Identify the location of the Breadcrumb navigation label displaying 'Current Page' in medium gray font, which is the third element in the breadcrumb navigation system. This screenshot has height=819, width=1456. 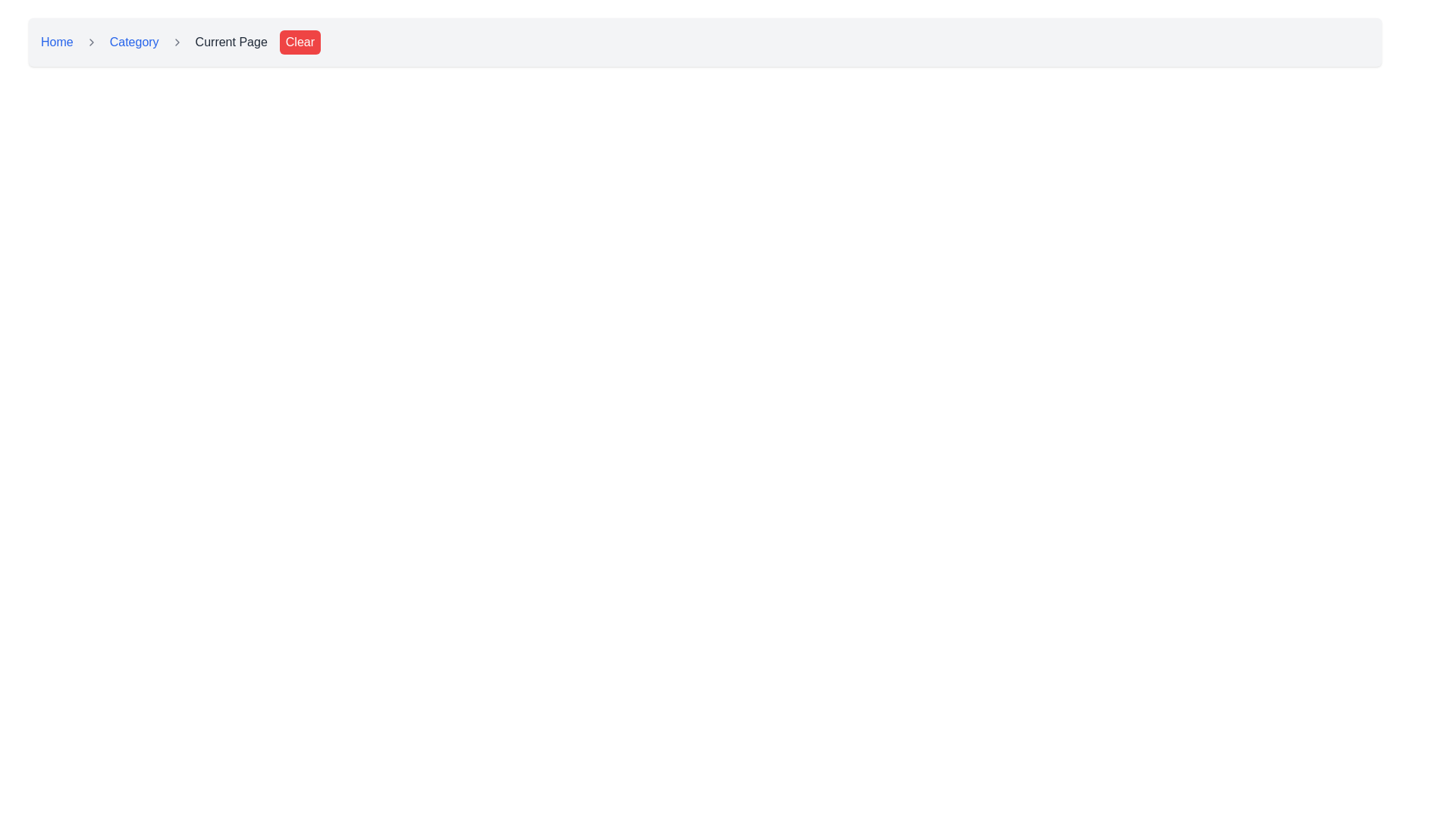
(231, 42).